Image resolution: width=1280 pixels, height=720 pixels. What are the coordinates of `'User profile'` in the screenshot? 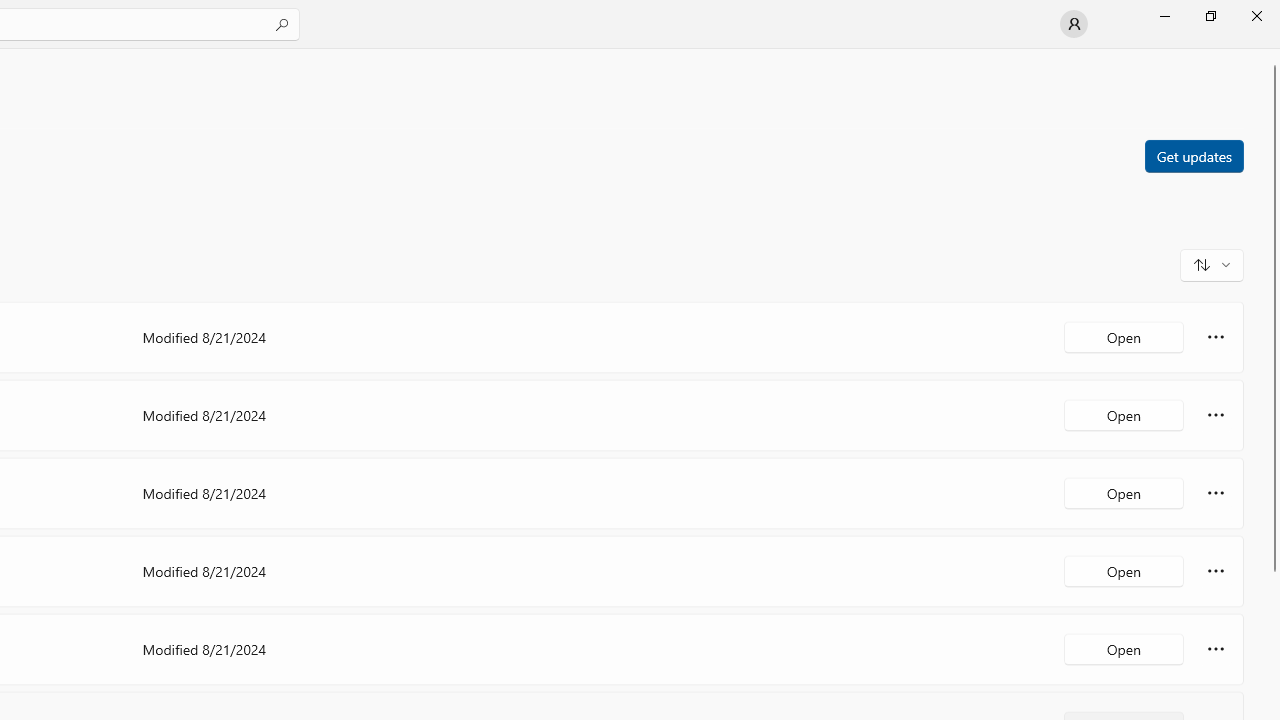 It's located at (1072, 24).